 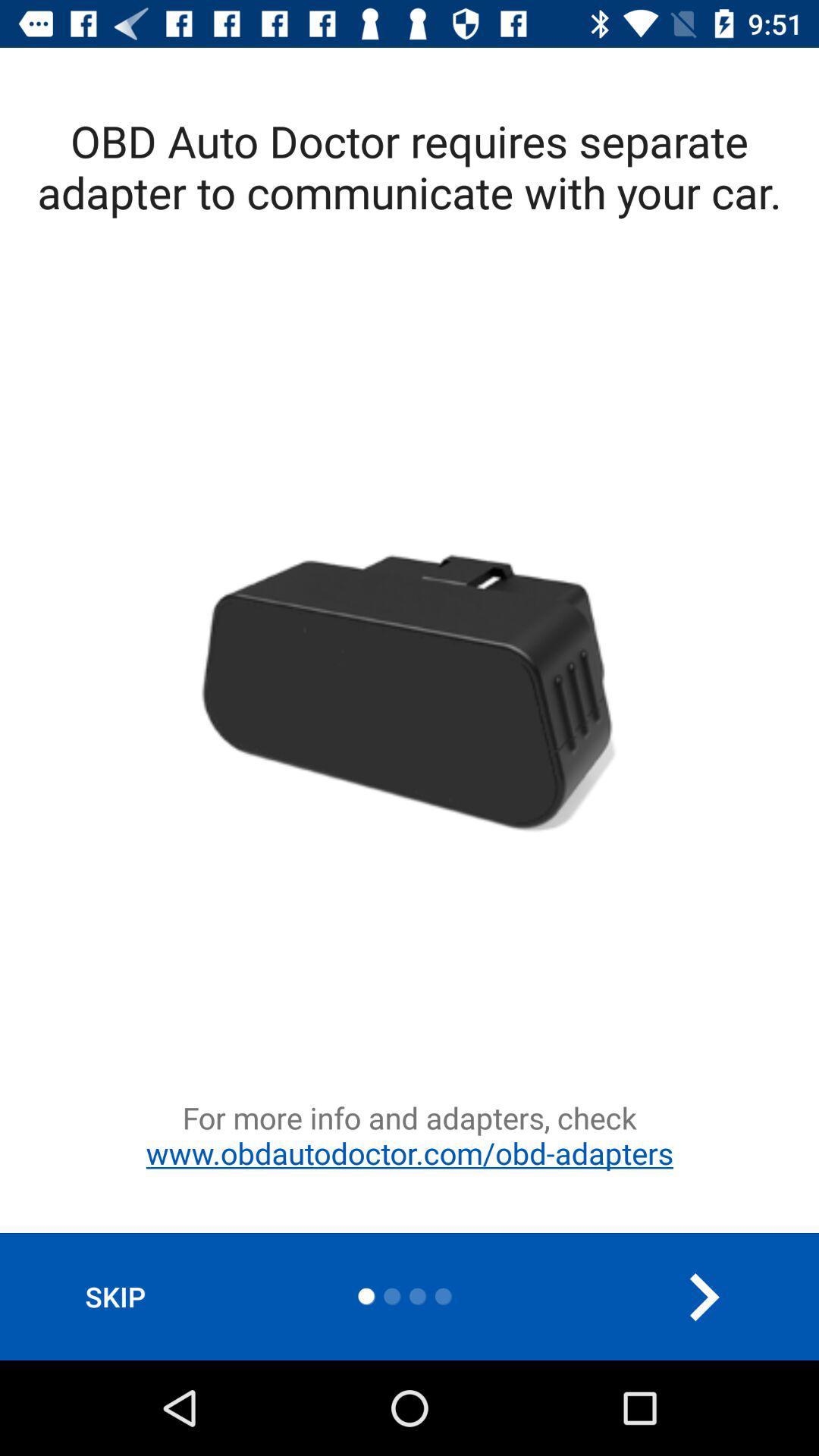 I want to click on next page, so click(x=703, y=1296).